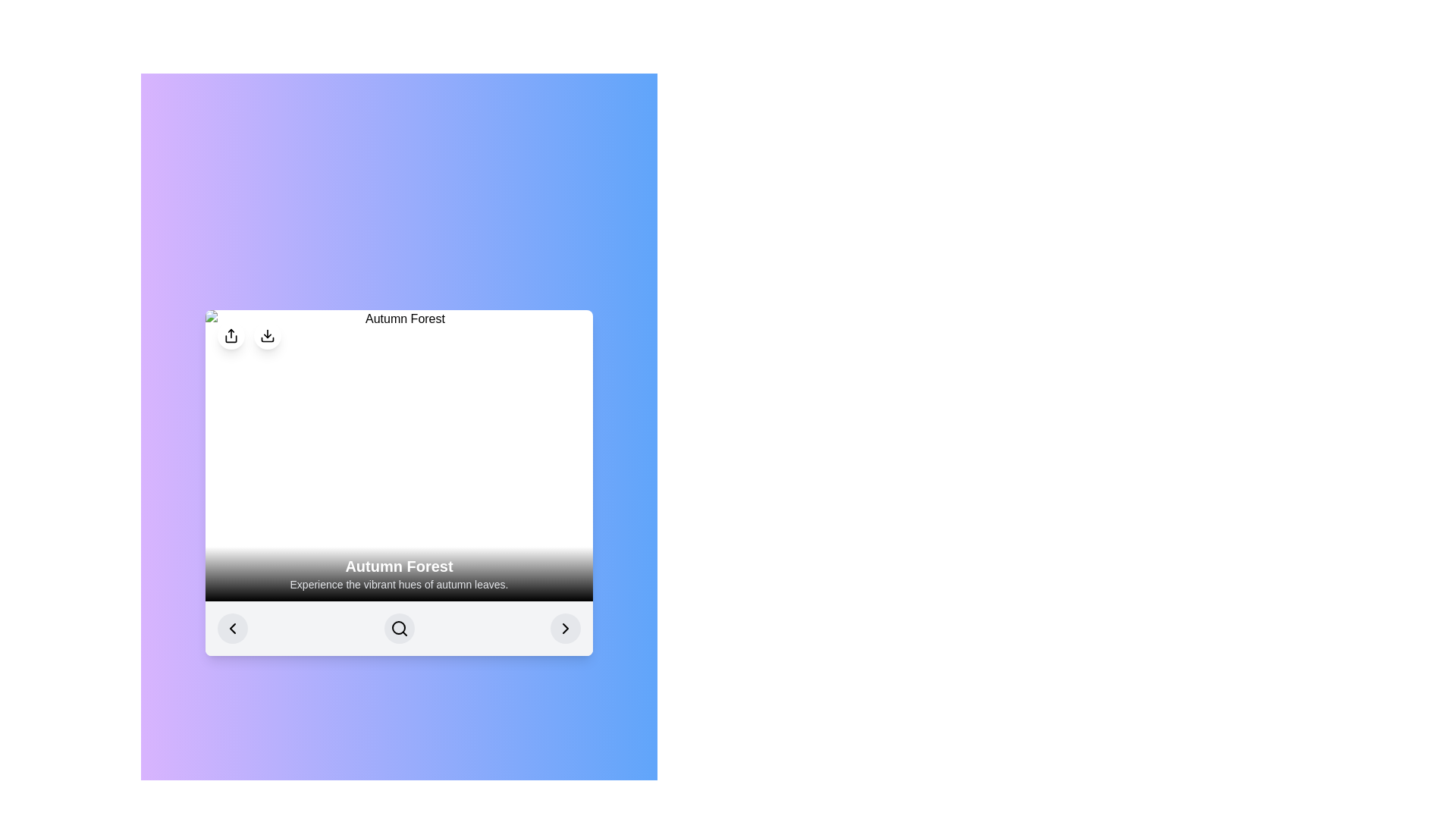 The width and height of the screenshot is (1456, 819). Describe the element at coordinates (399, 629) in the screenshot. I see `the magnifying glass icon button located at the center of the toolbar in the card-like UI section for accessibility interactions` at that location.